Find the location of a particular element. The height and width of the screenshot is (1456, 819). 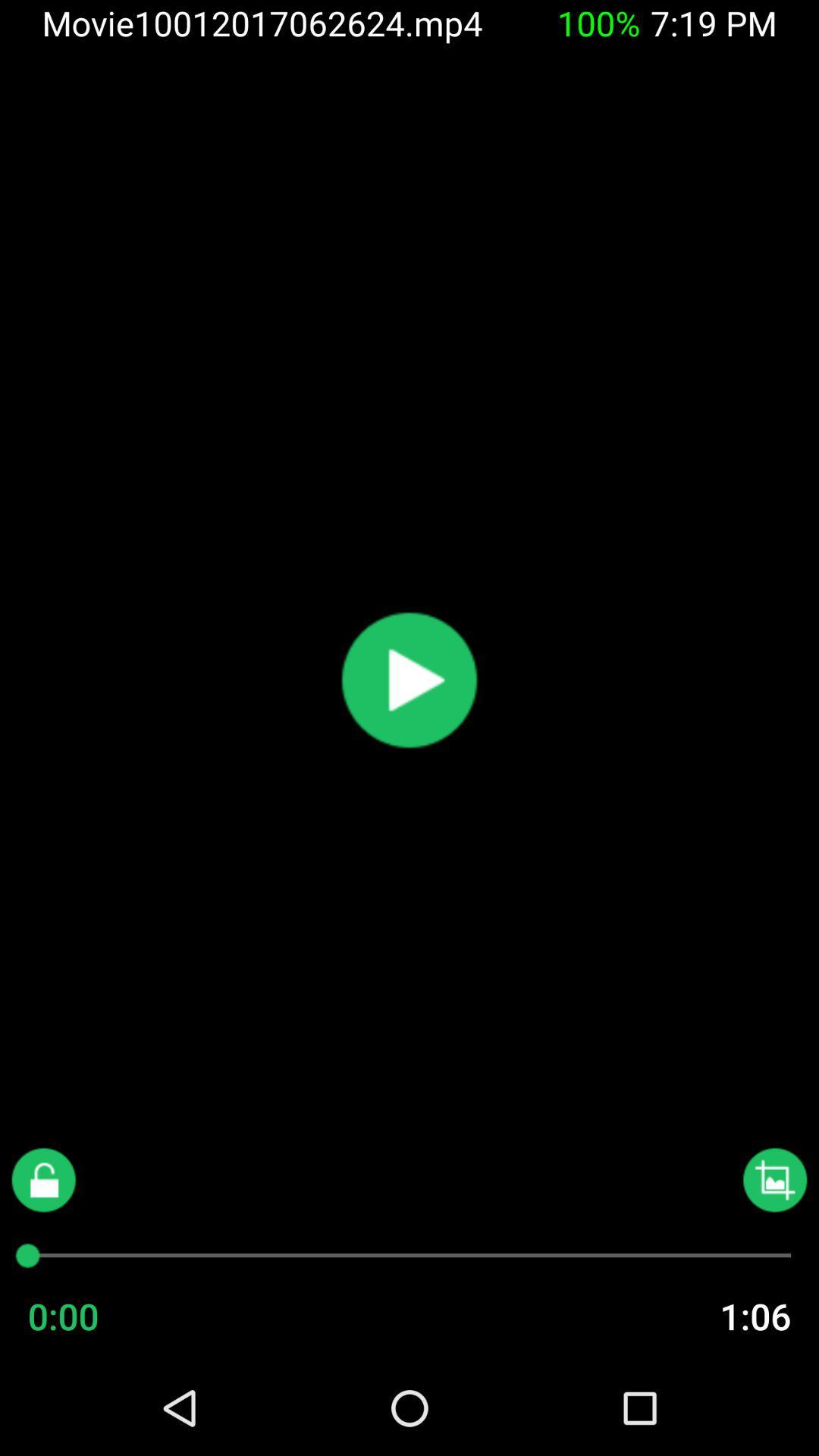

icon to the right of 0:00 is located at coordinates (724, 1315).